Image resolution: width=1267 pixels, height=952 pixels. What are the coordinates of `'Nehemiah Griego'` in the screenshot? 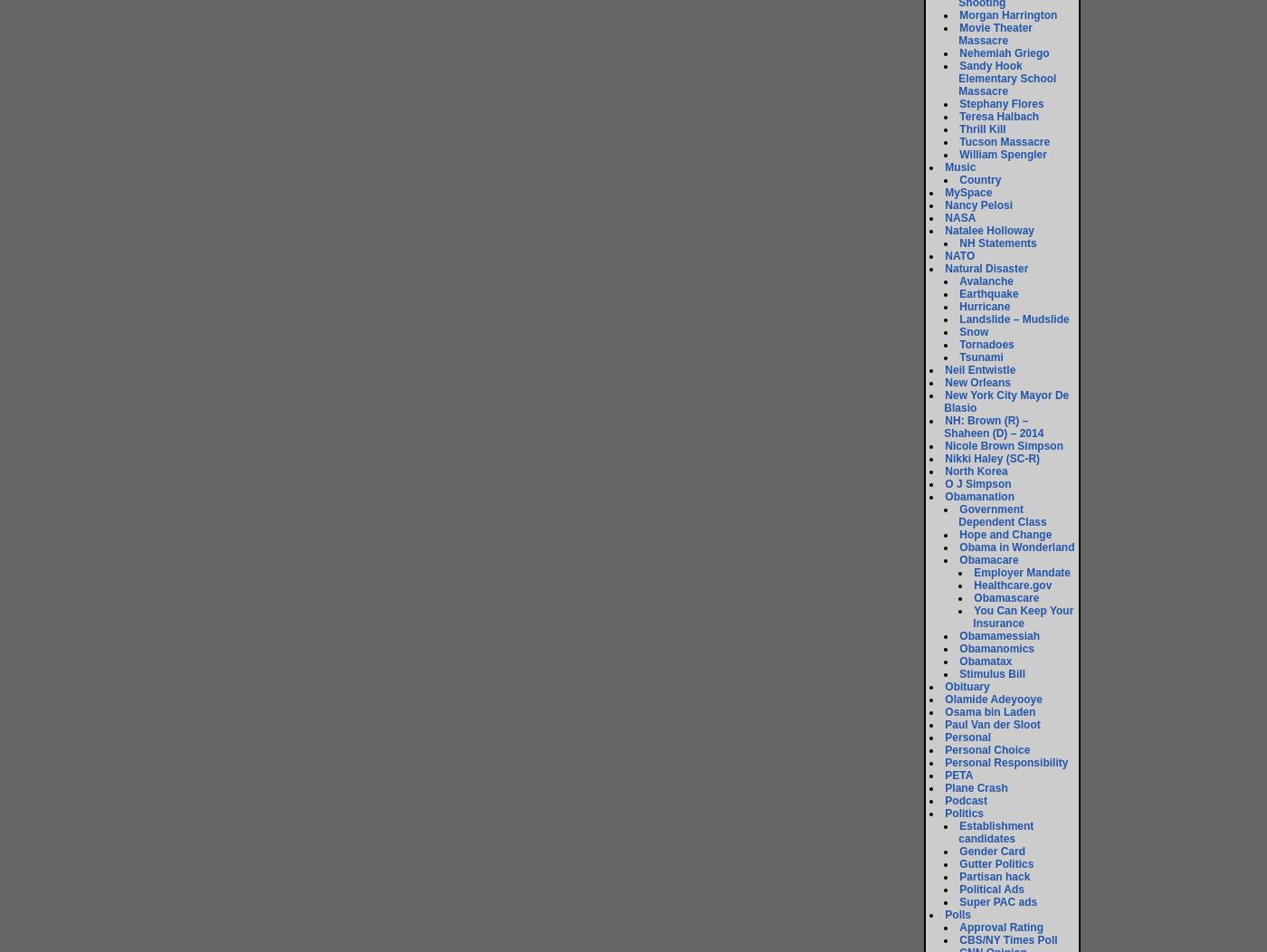 It's located at (1004, 52).